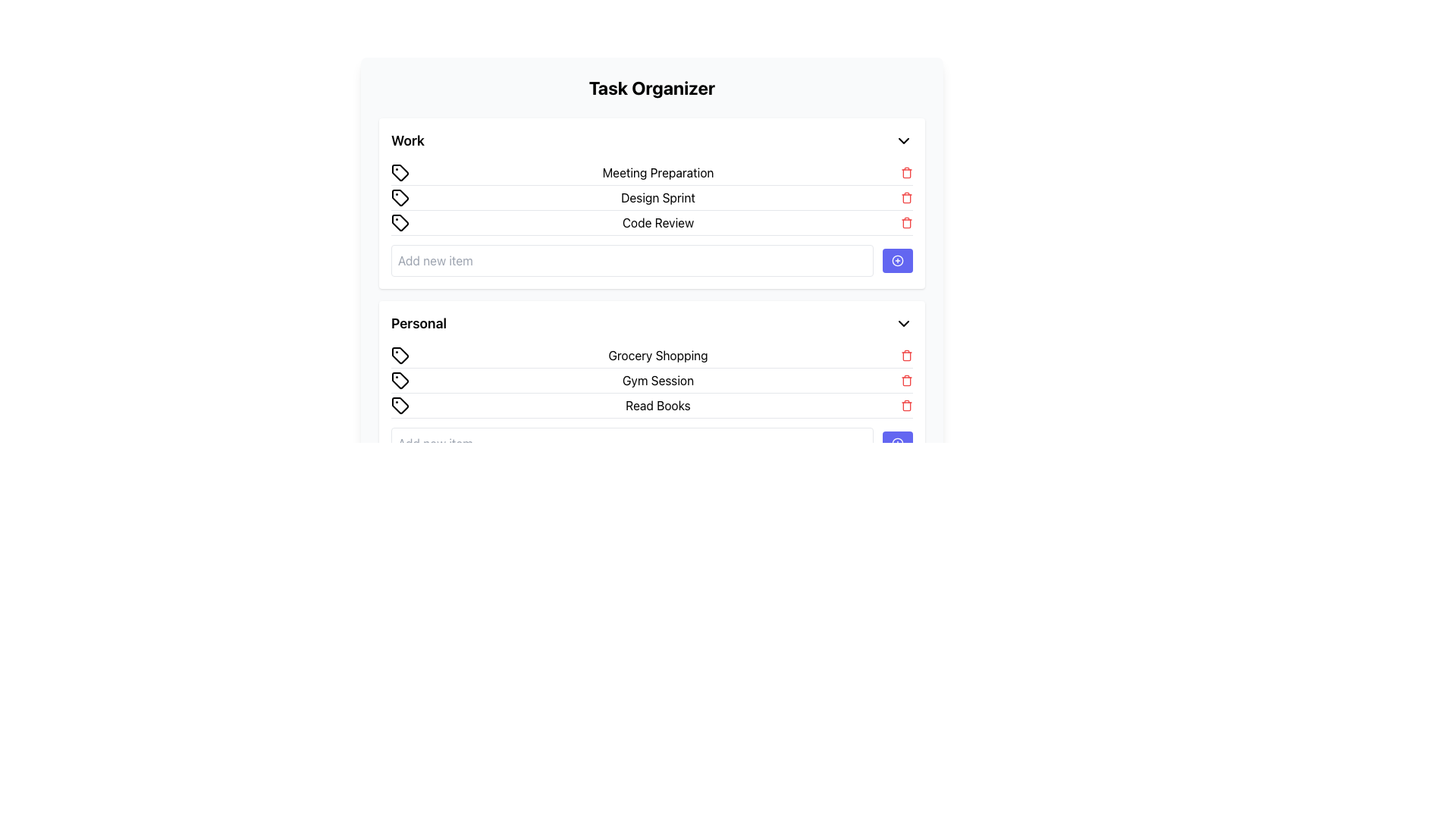 This screenshot has height=819, width=1456. Describe the element at coordinates (400, 222) in the screenshot. I see `the third tag icon in the 'Work' section of the task organizer list, which visually indicates the 'Code Review' task` at that location.